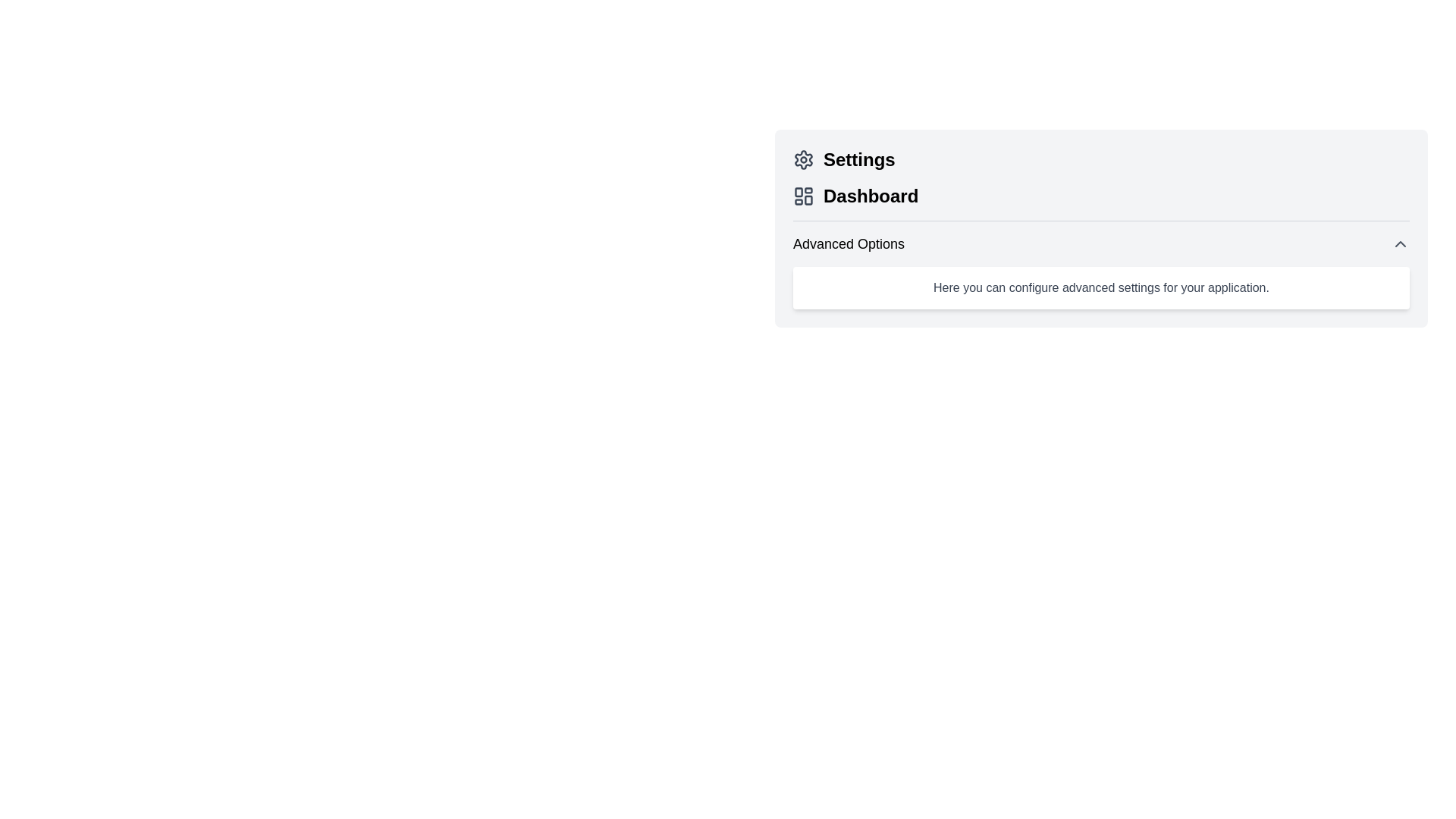 Image resolution: width=1456 pixels, height=819 pixels. What do you see at coordinates (1101, 221) in the screenshot?
I see `the thin horizontal light gray separator line located under the 'Dashboard' section and above the 'Advanced Options' section` at bounding box center [1101, 221].